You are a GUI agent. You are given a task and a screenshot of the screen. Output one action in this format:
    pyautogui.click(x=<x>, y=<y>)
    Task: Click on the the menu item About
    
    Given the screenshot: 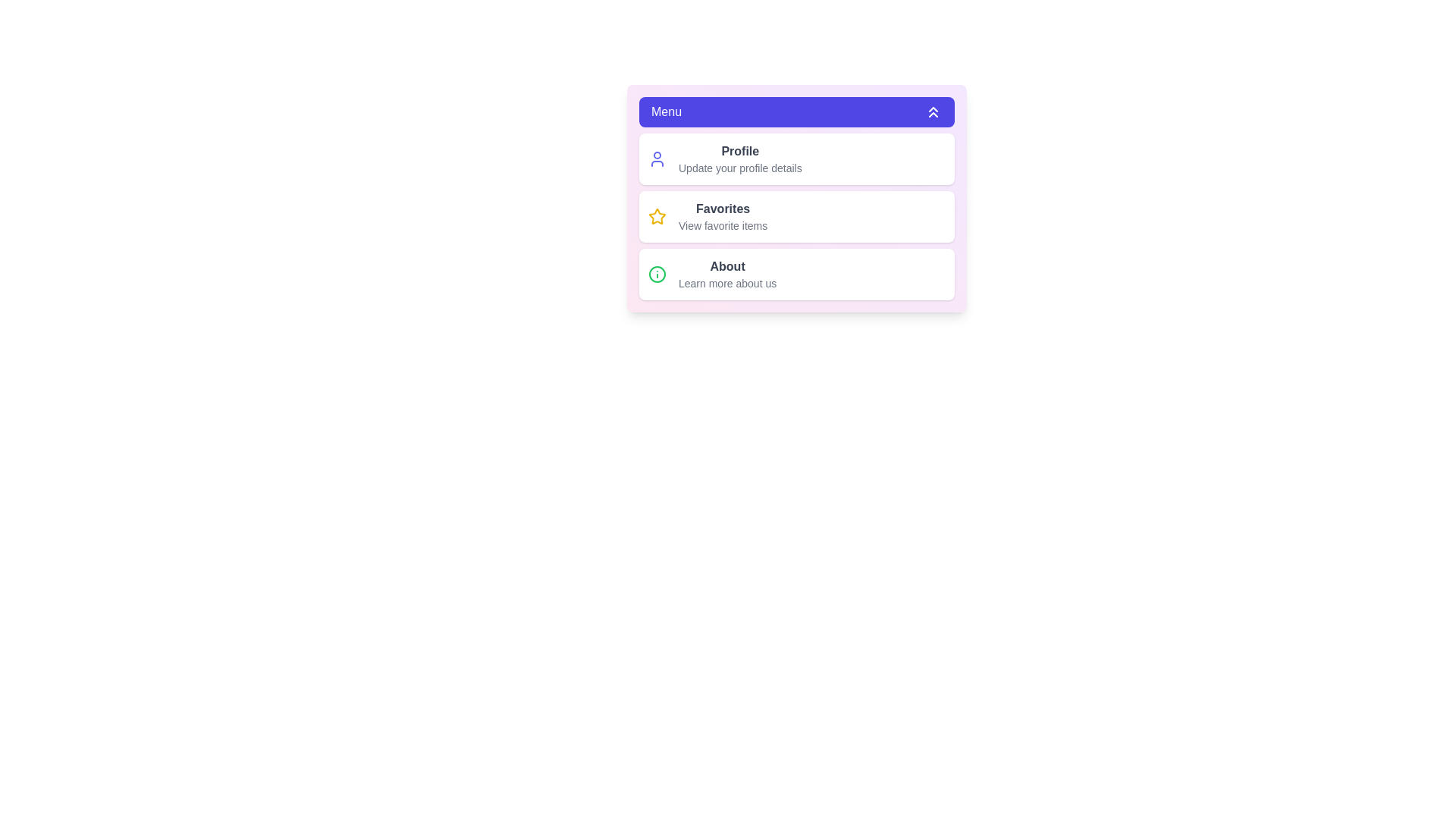 What is the action you would take?
    pyautogui.click(x=796, y=275)
    